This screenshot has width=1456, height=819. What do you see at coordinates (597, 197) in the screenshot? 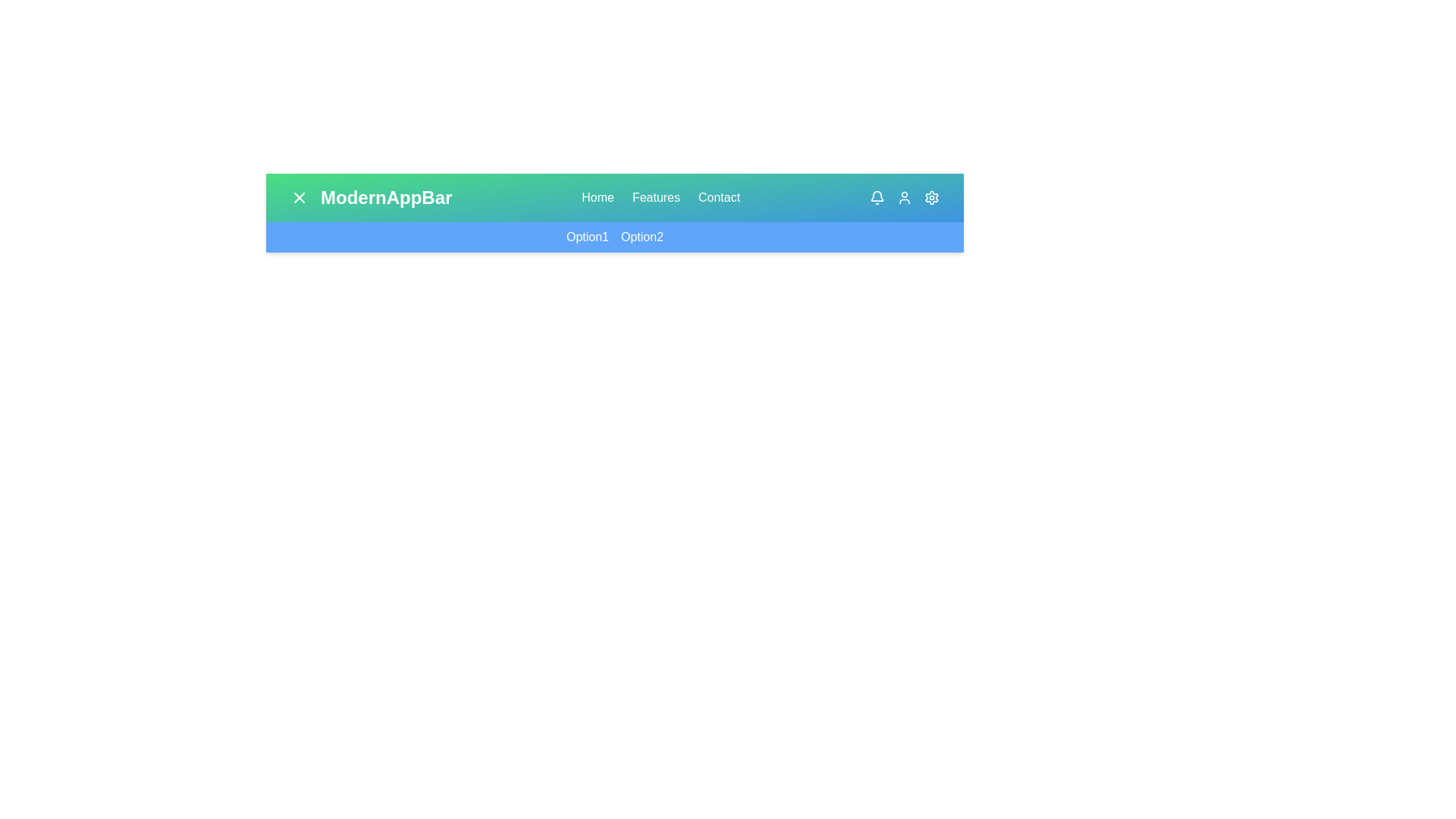
I see `the navigation link Home` at bounding box center [597, 197].